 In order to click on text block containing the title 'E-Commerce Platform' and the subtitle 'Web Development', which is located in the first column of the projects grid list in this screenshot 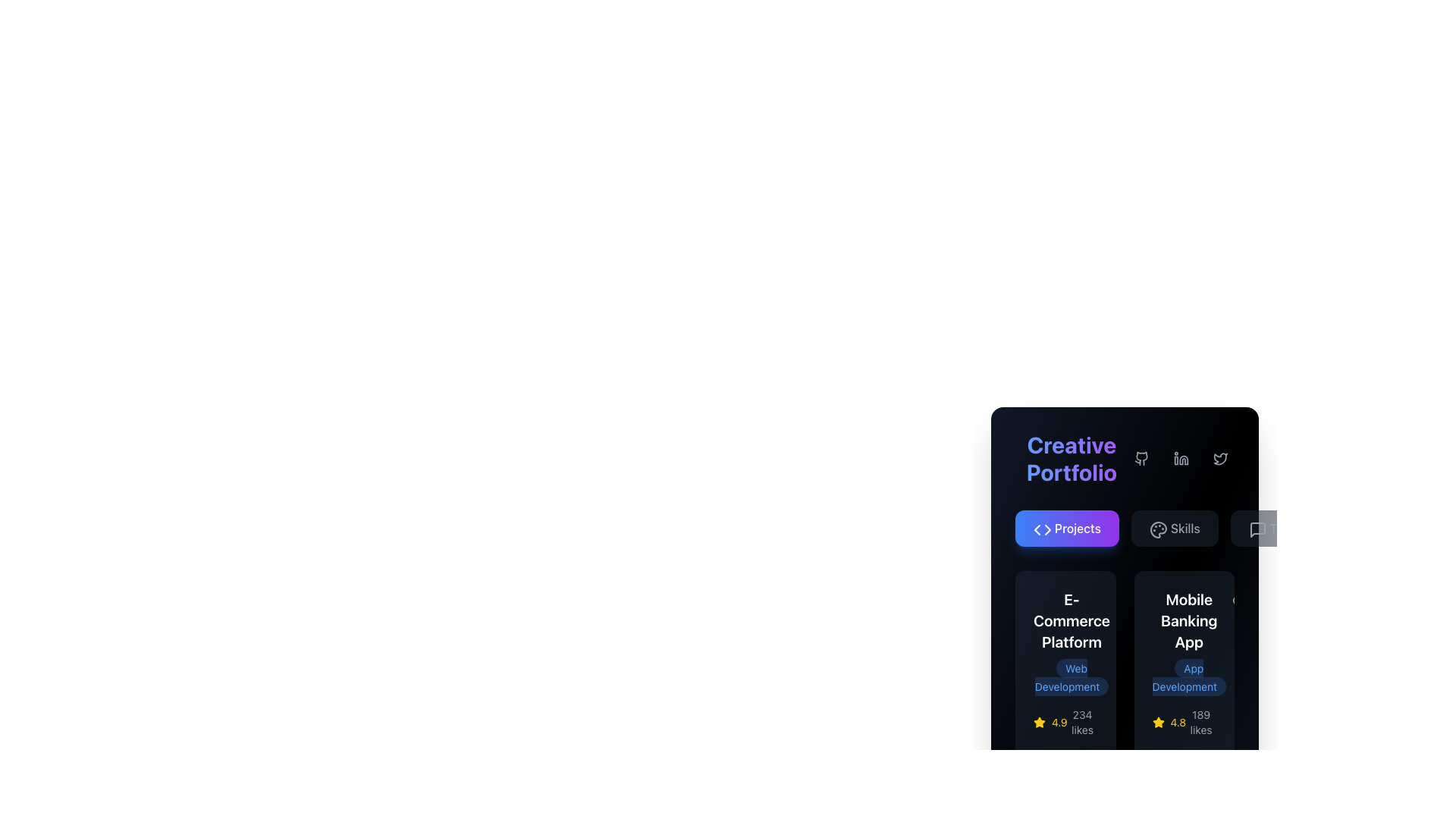, I will do `click(1065, 642)`.